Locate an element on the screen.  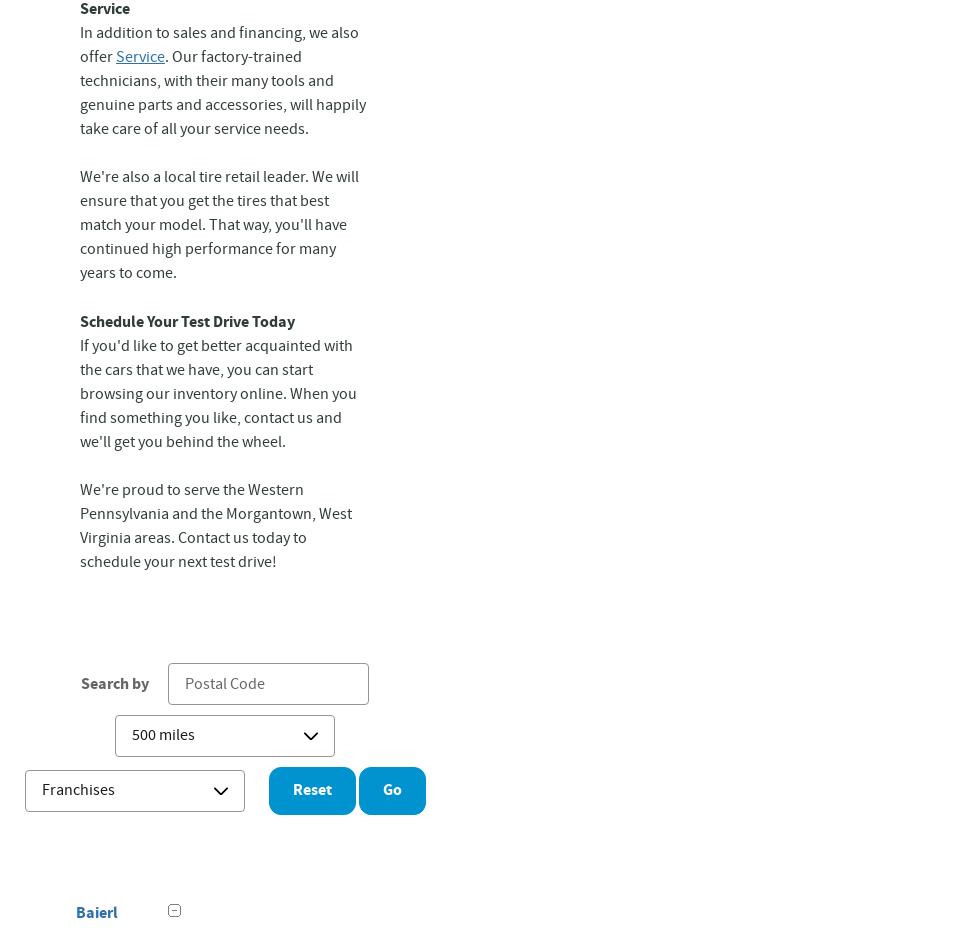
'Schedule Your Test Drive Today' is located at coordinates (187, 320).